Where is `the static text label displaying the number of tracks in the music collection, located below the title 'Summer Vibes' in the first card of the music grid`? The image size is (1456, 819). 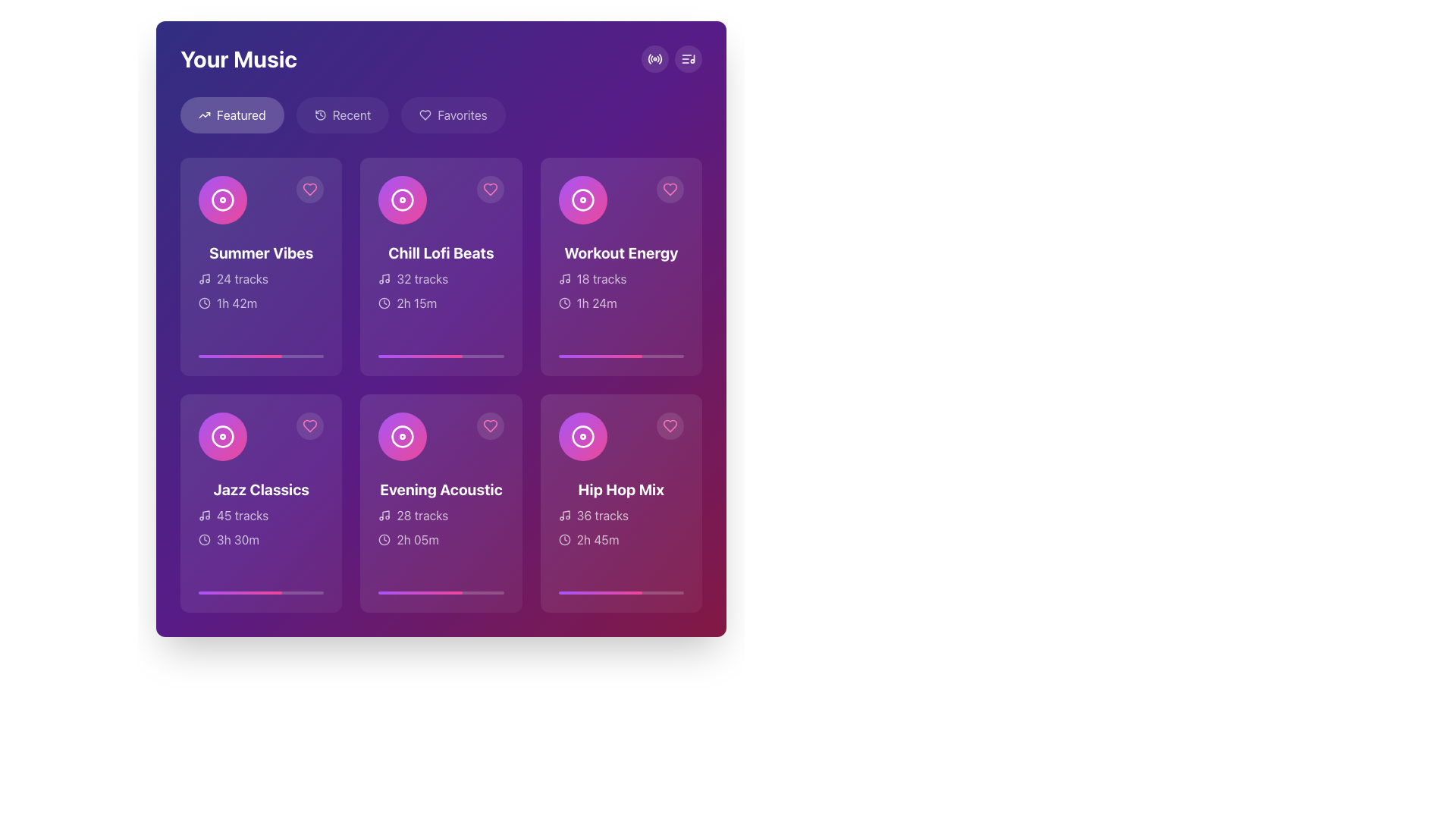
the static text label displaying the number of tracks in the music collection, located below the title 'Summer Vibes' in the first card of the music grid is located at coordinates (241, 278).